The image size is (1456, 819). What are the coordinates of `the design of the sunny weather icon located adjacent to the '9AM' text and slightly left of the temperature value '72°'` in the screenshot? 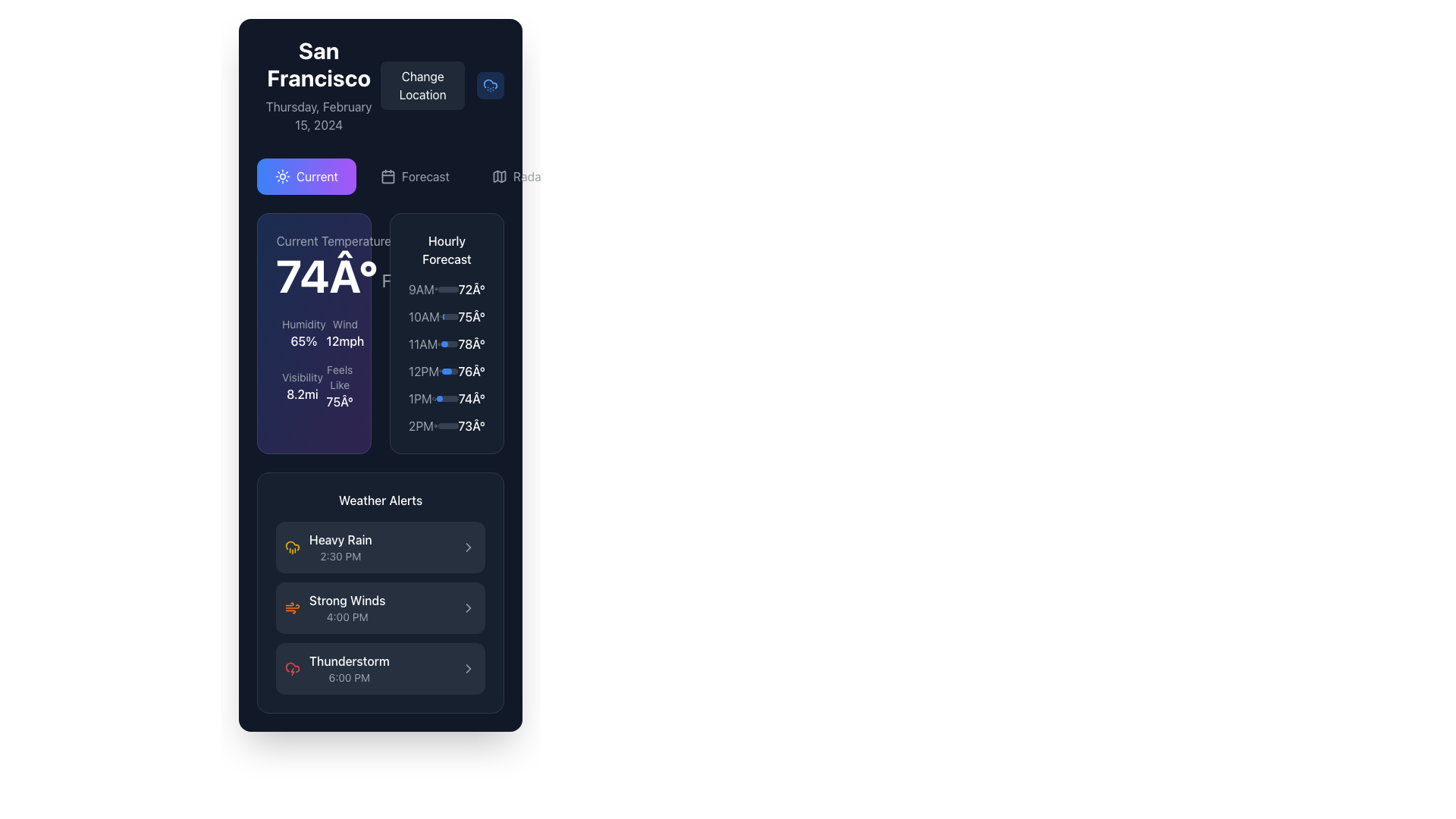 It's located at (435, 289).